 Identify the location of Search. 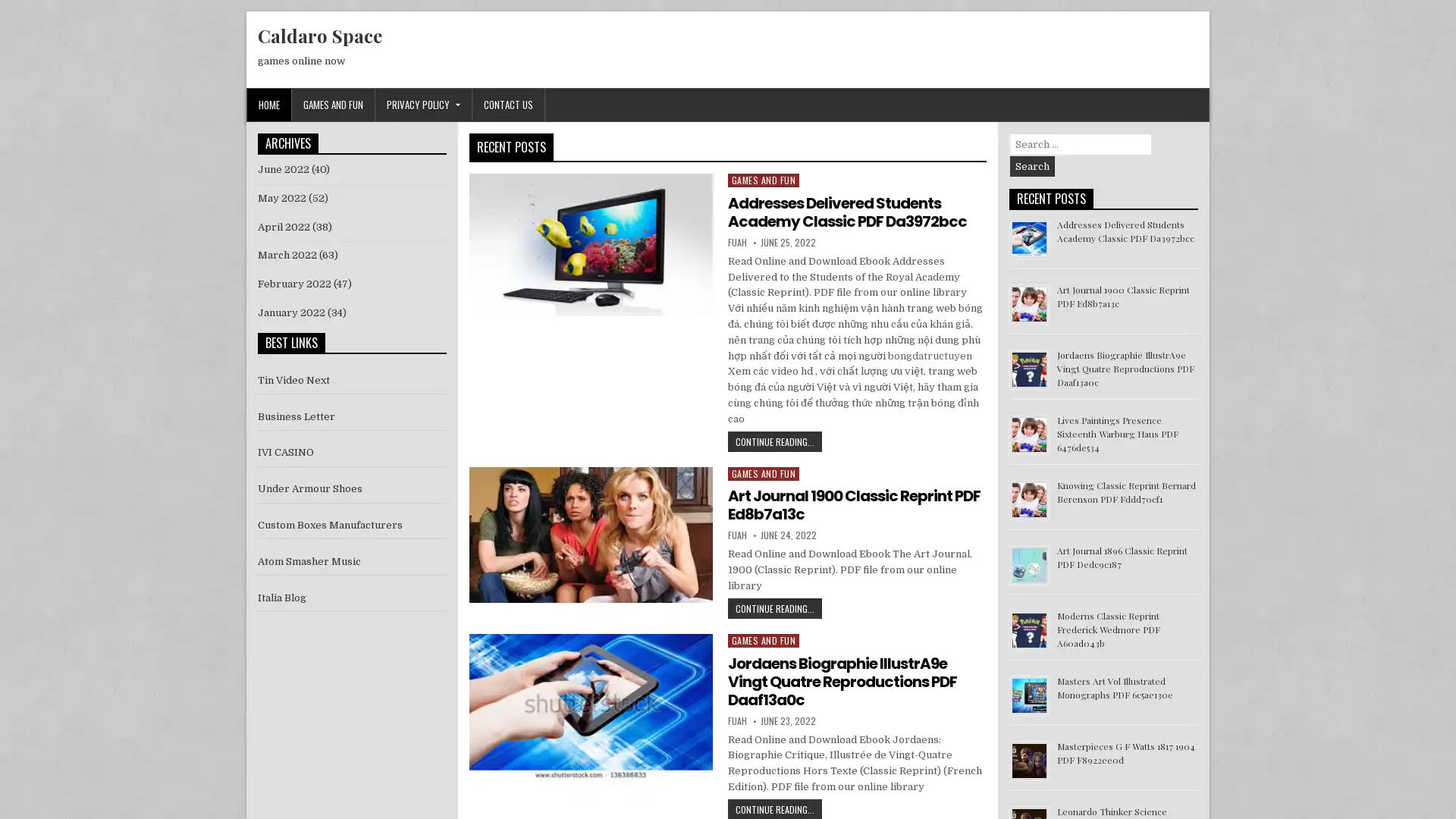
(1031, 166).